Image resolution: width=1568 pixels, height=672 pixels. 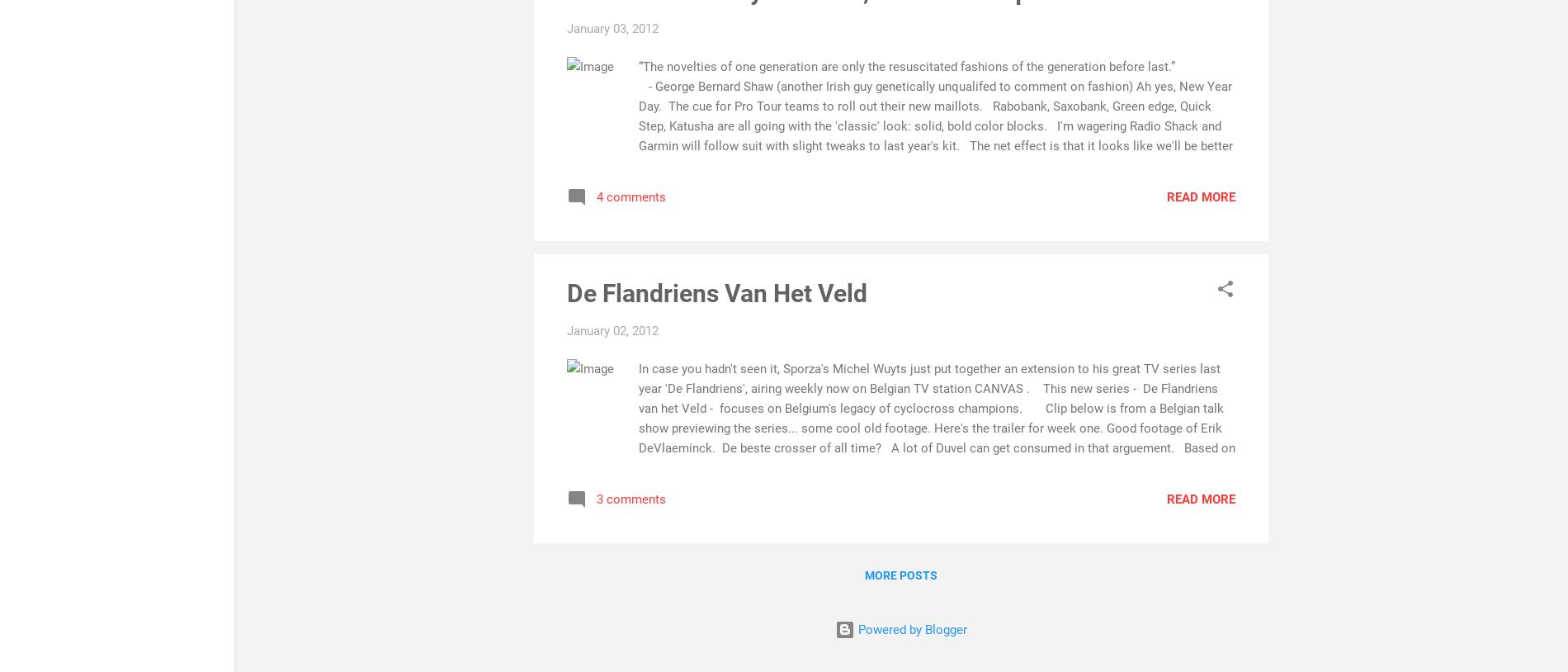 I want to click on 'January 02, 2012', so click(x=612, y=329).